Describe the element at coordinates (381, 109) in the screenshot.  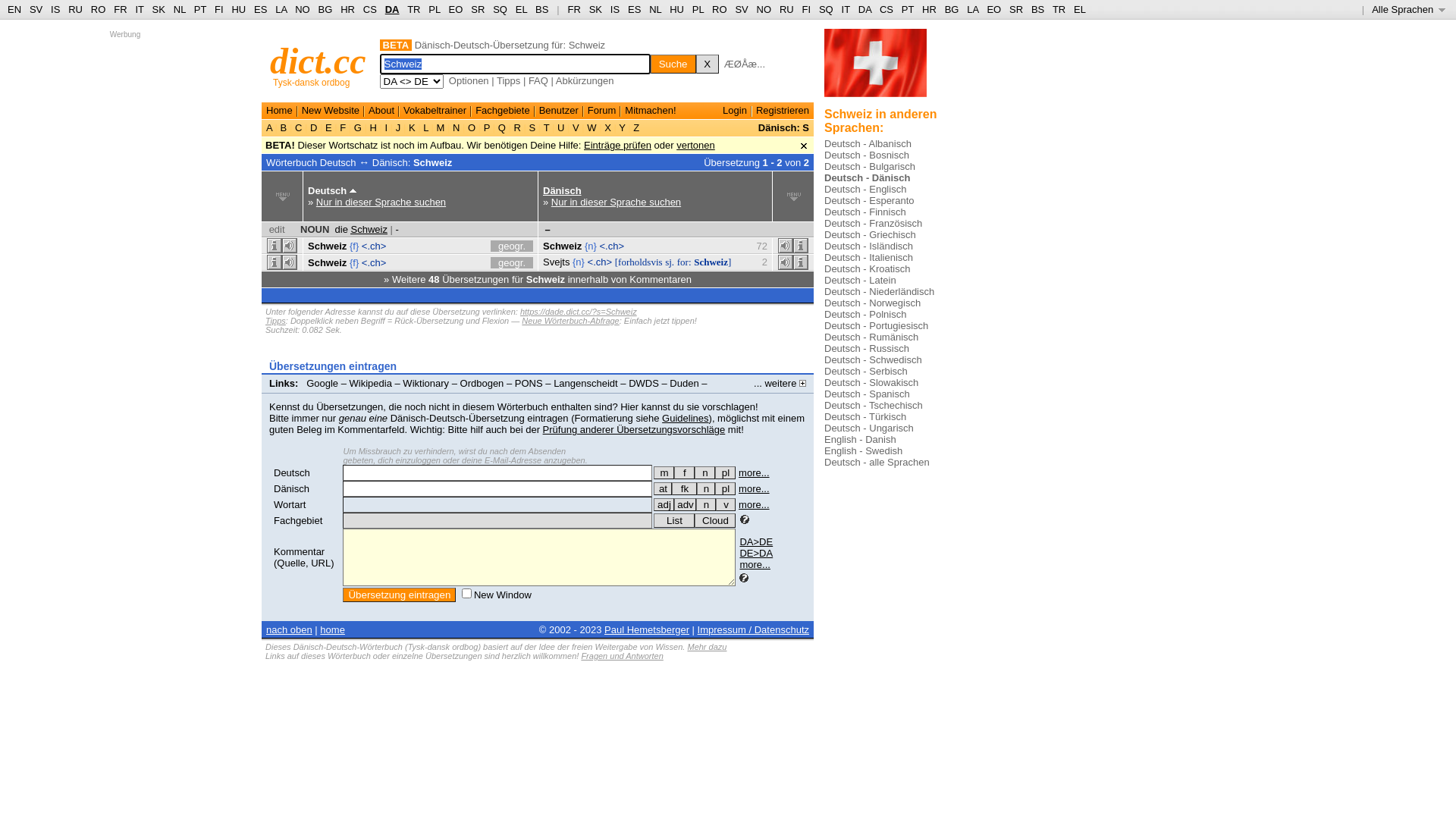
I see `'About'` at that location.